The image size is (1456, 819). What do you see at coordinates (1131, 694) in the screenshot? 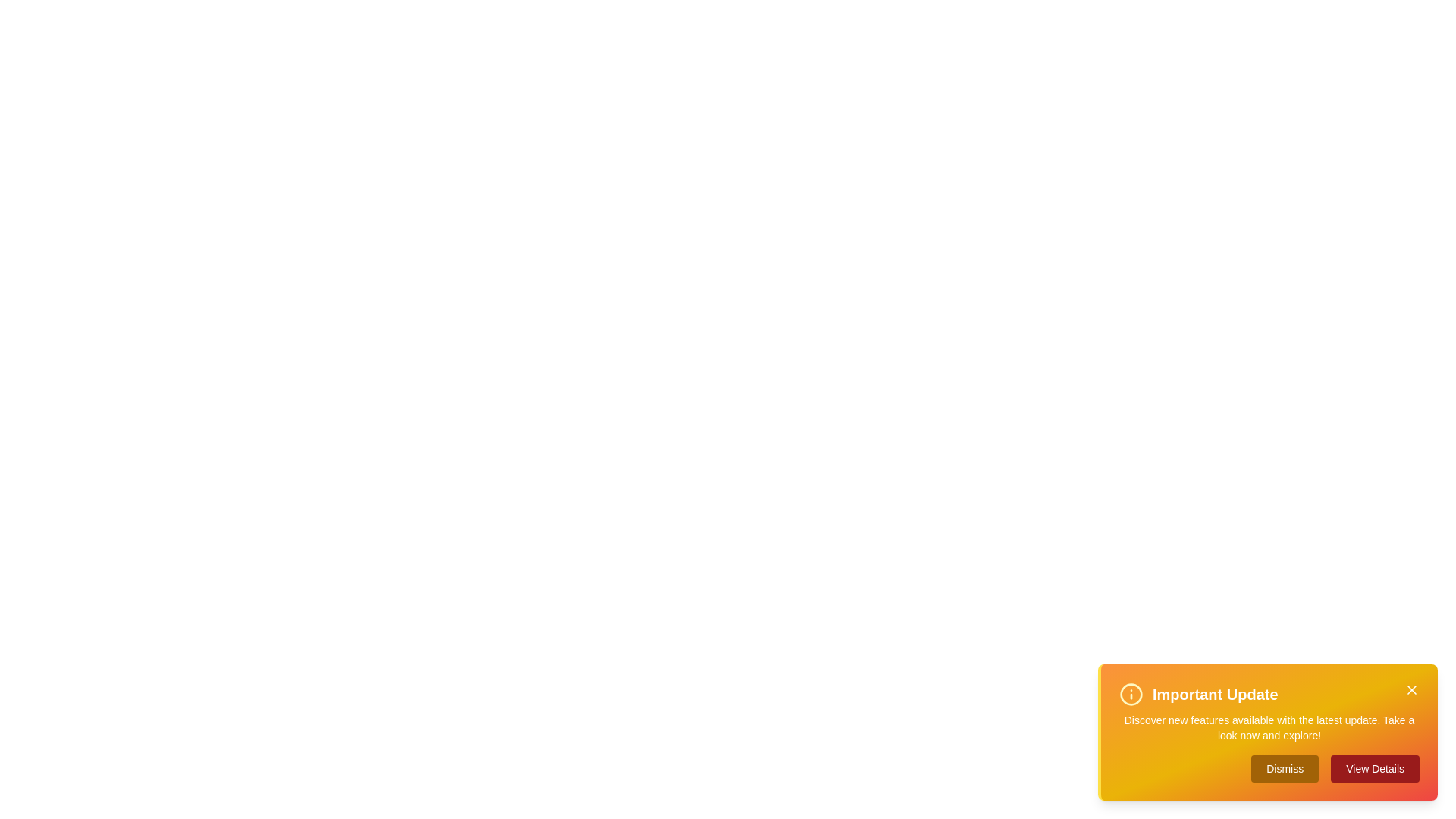
I see `the information icon to reveal its tooltip` at bounding box center [1131, 694].